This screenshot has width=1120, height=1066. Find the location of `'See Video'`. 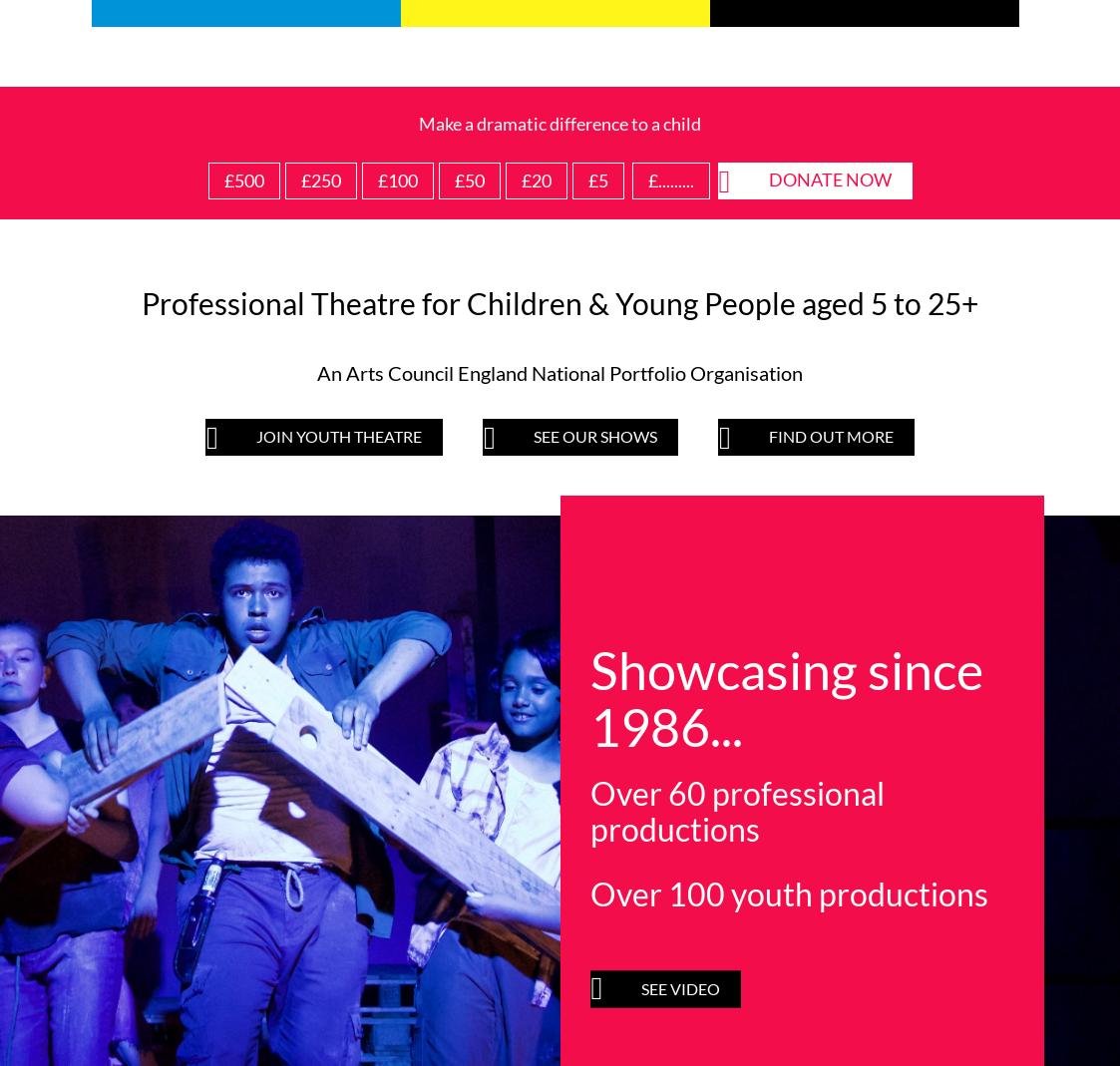

'See Video' is located at coordinates (687, 169).